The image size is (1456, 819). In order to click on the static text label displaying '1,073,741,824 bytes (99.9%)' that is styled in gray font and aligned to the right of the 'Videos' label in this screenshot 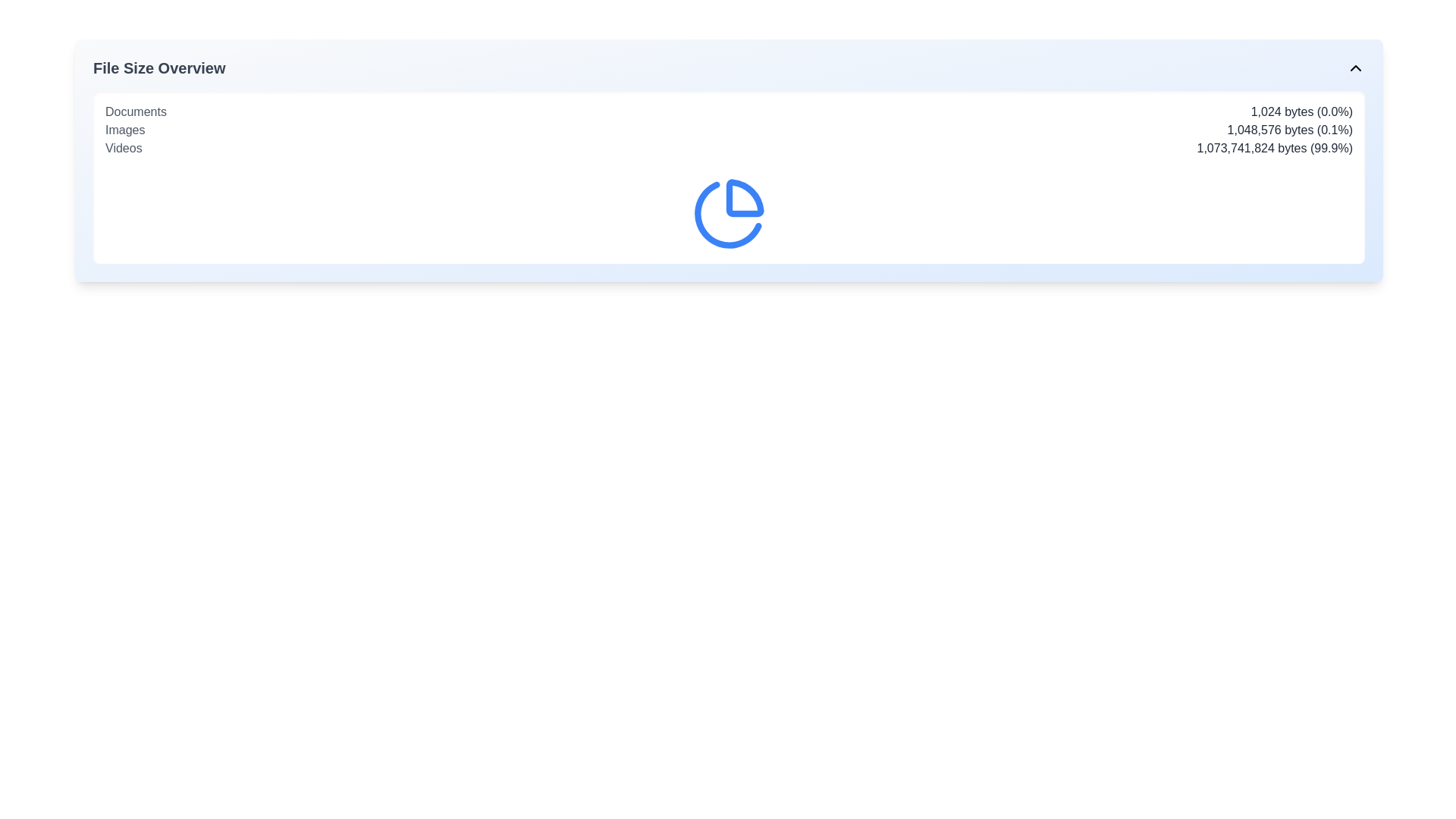, I will do `click(1274, 149)`.